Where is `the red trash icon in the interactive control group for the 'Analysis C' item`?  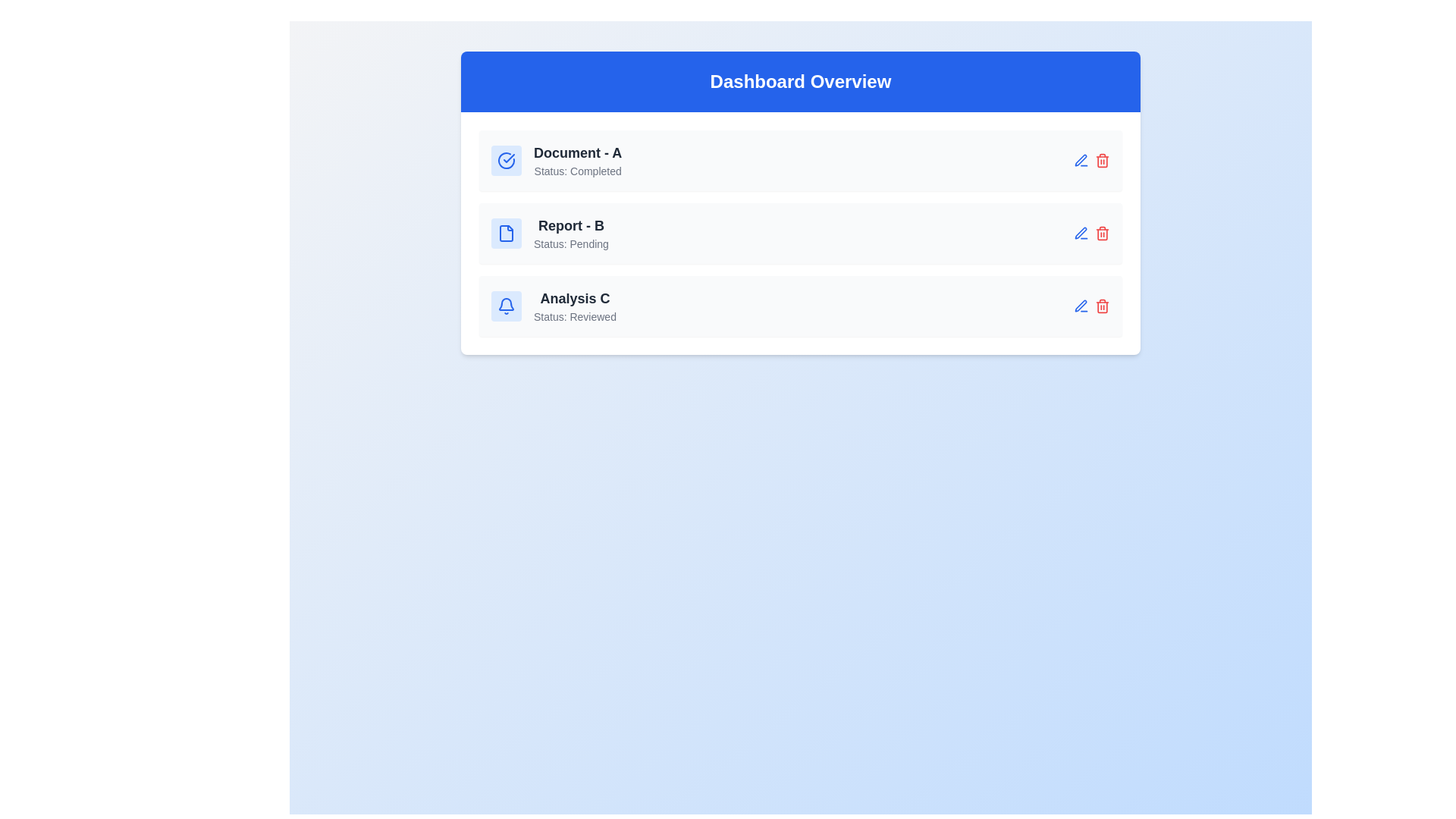
the red trash icon in the interactive control group for the 'Analysis C' item is located at coordinates (1092, 306).